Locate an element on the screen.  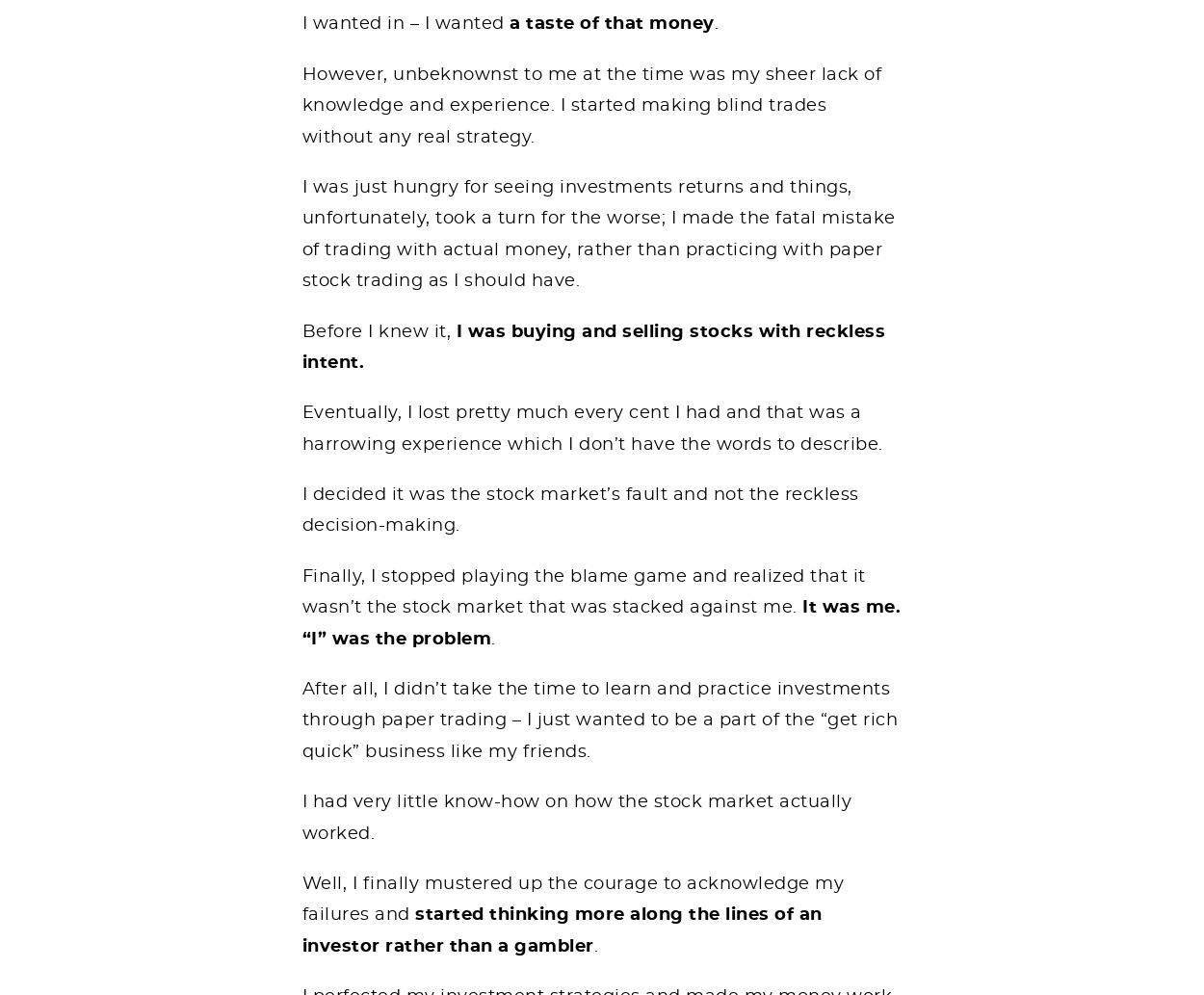
'I was just hungry for seeing investments returns and things, unfortunately, took a turn for the worse; I made the fatal mistake of trading with actual money, rather than practicing with paper stock trading as I should have.' is located at coordinates (597, 232).